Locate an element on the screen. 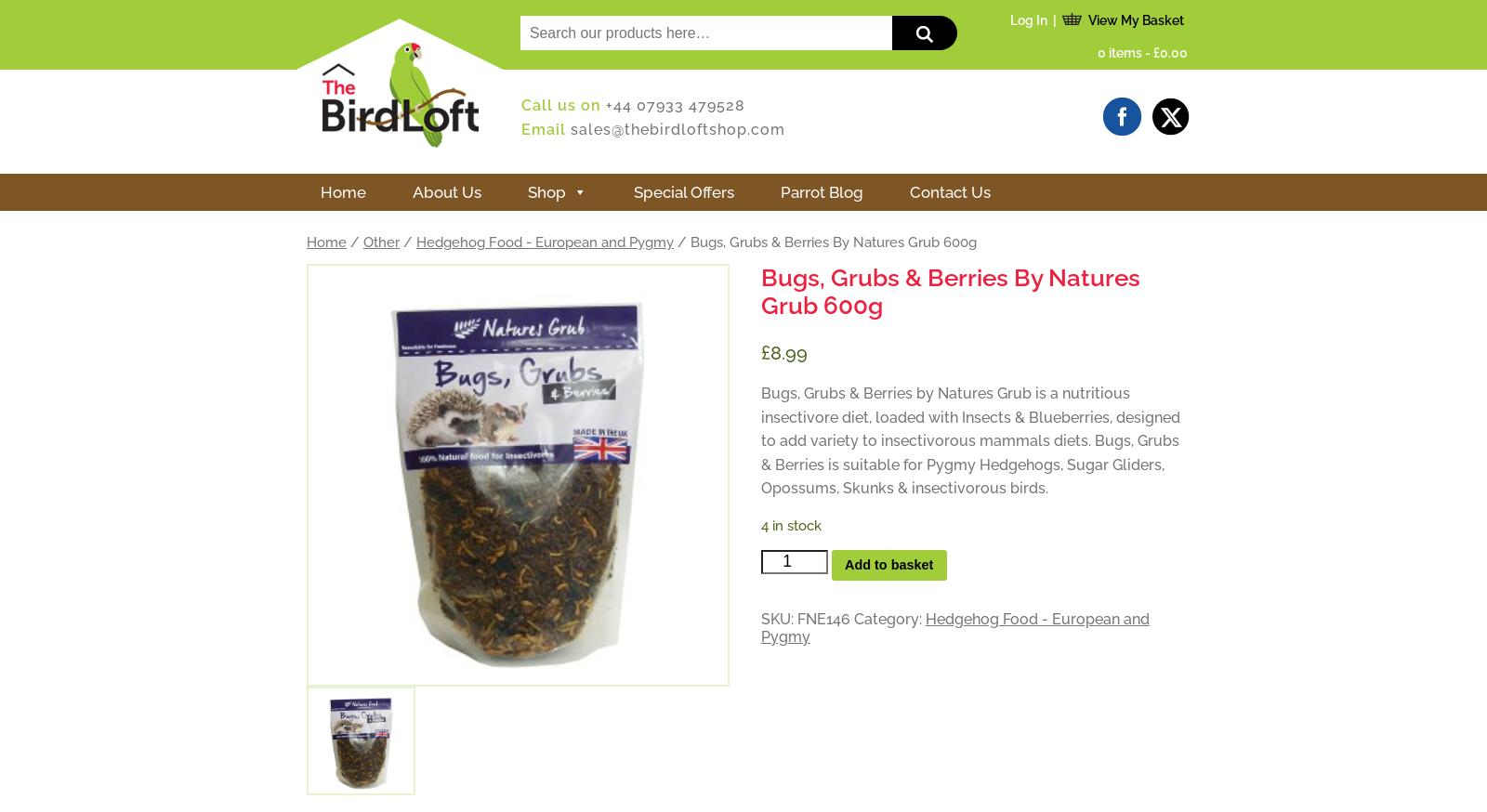  'Nest Pans/Nesting Materials' is located at coordinates (727, 365).